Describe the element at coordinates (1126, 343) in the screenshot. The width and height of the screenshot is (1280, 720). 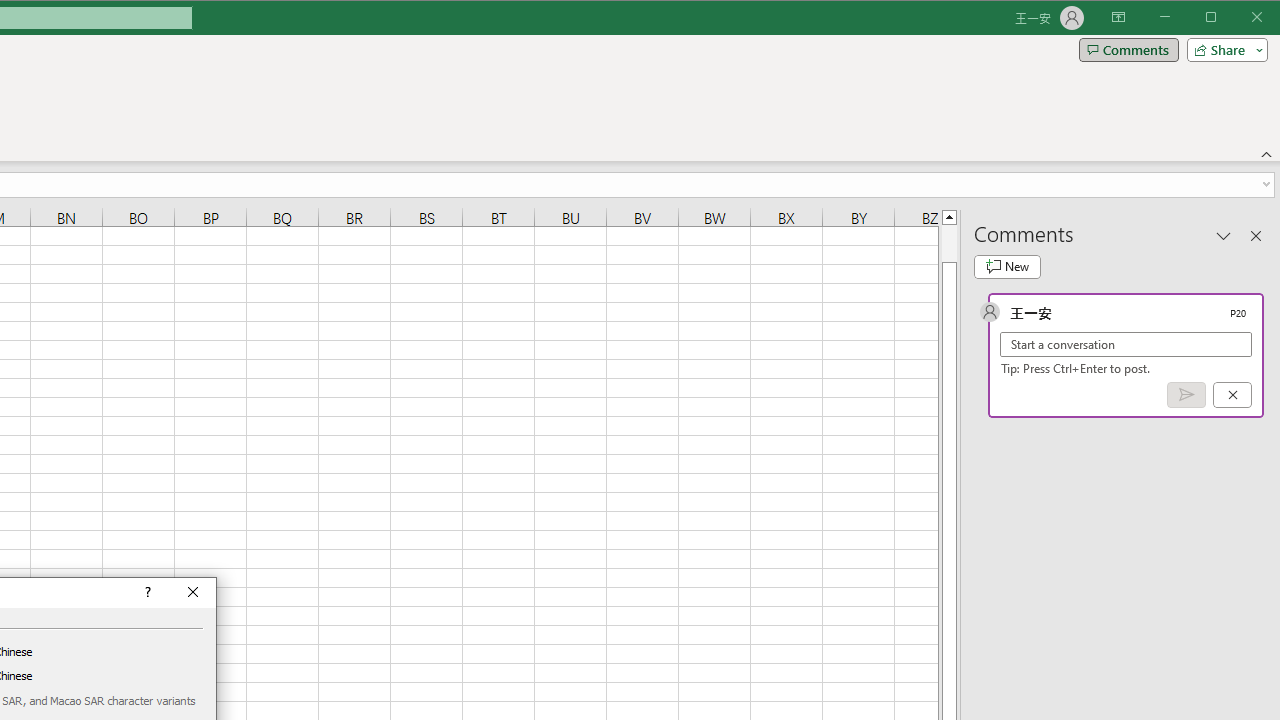
I see `'Start a conversation'` at that location.